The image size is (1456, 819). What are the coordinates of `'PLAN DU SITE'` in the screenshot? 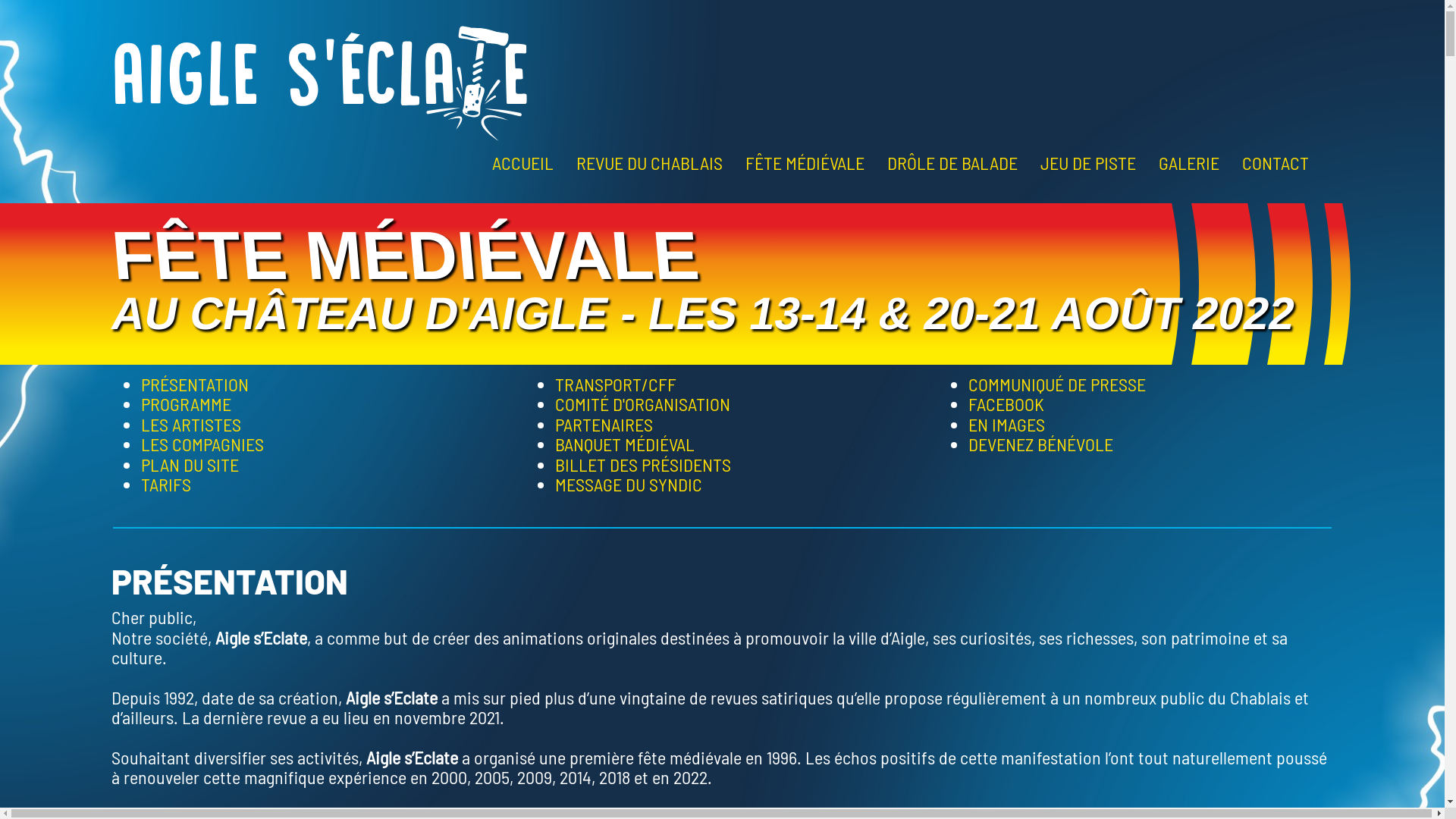 It's located at (189, 463).